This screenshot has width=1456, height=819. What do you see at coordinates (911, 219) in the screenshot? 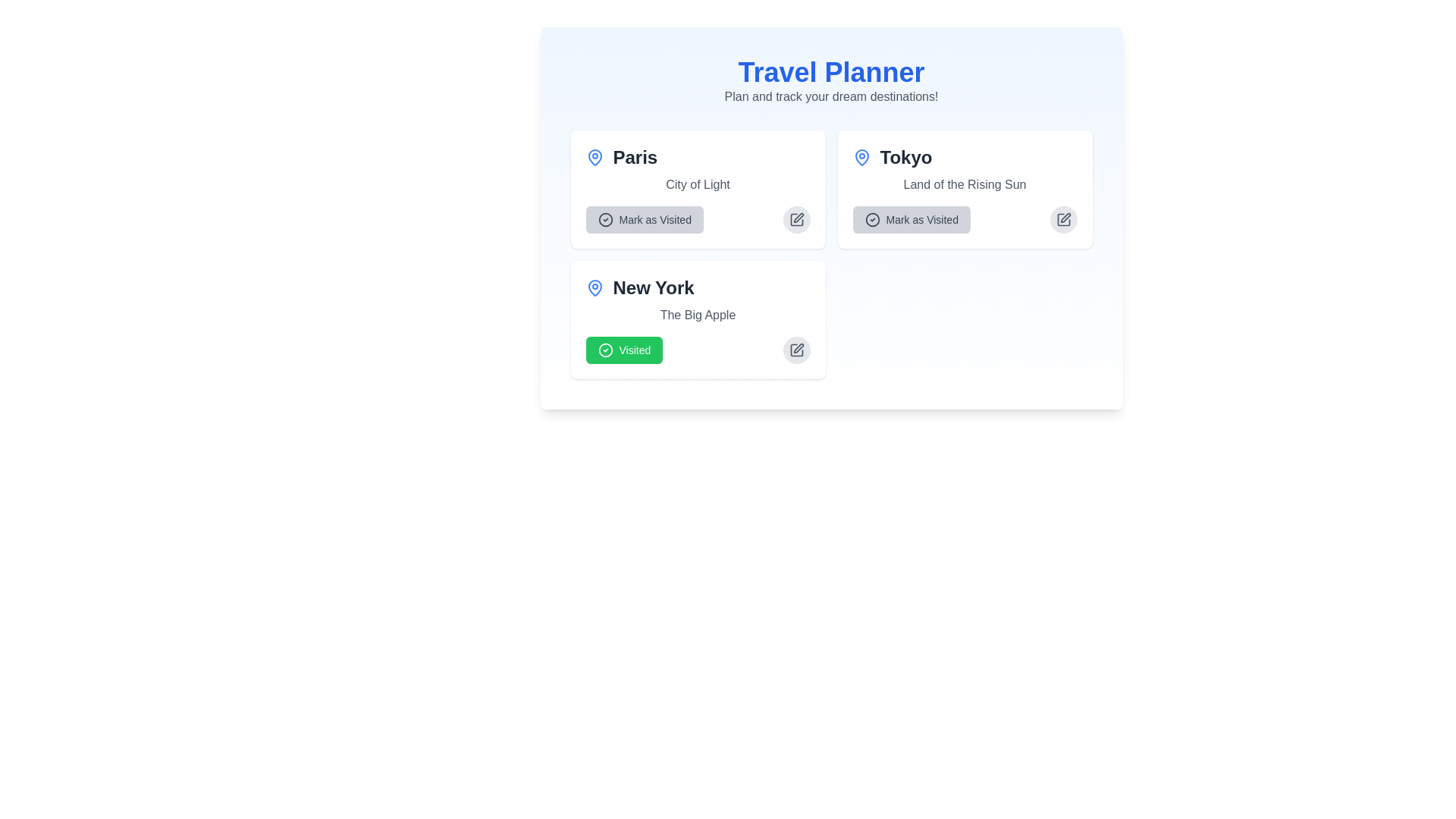
I see `the 'Mark as Visited' button located at the bottom-left corner of the 'Tokyo' card` at bounding box center [911, 219].